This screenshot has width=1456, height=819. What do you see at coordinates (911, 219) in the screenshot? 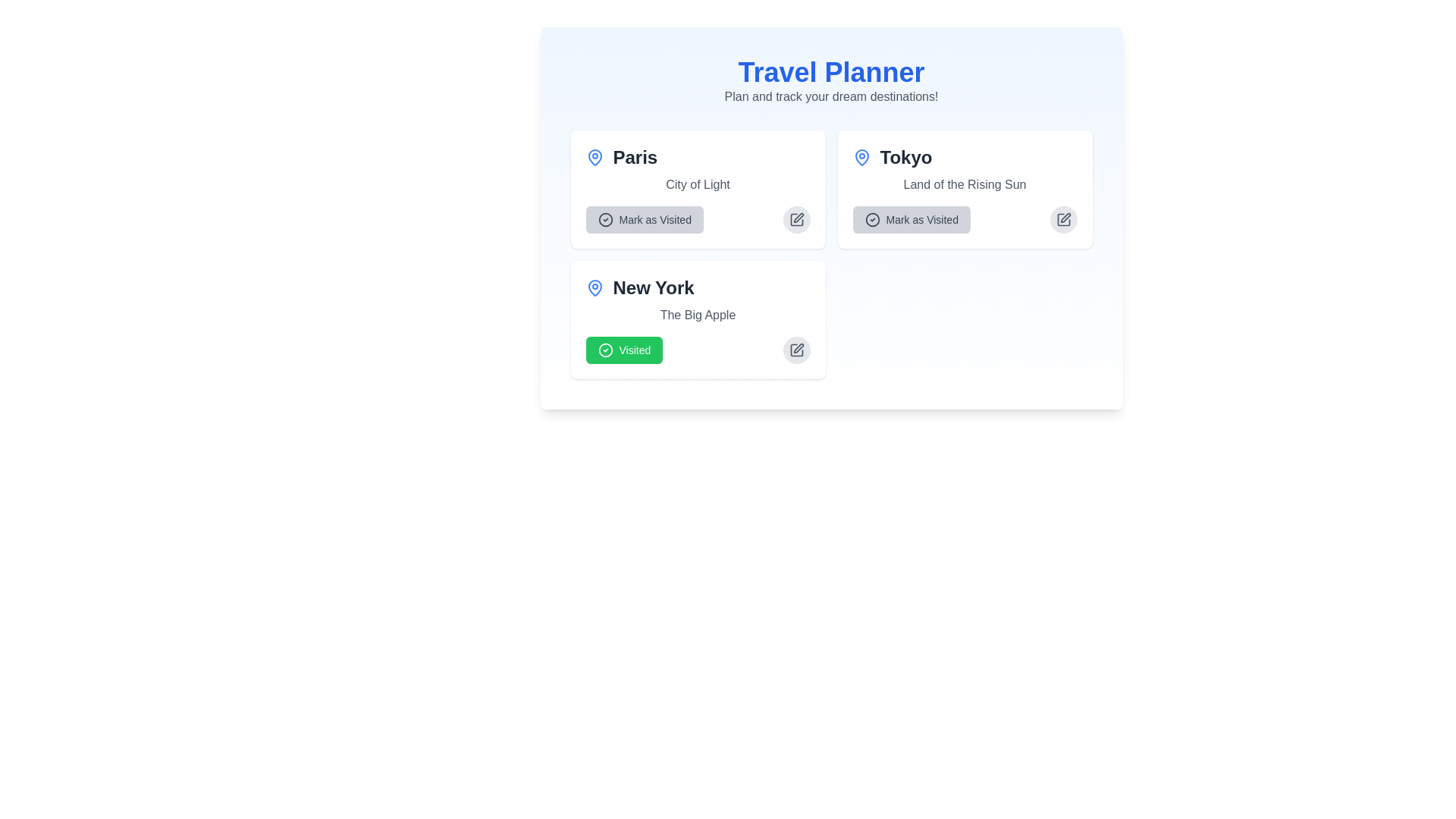
I see `the 'Mark as Visited' button located at the bottom-left corner of the 'Tokyo' card` at bounding box center [911, 219].